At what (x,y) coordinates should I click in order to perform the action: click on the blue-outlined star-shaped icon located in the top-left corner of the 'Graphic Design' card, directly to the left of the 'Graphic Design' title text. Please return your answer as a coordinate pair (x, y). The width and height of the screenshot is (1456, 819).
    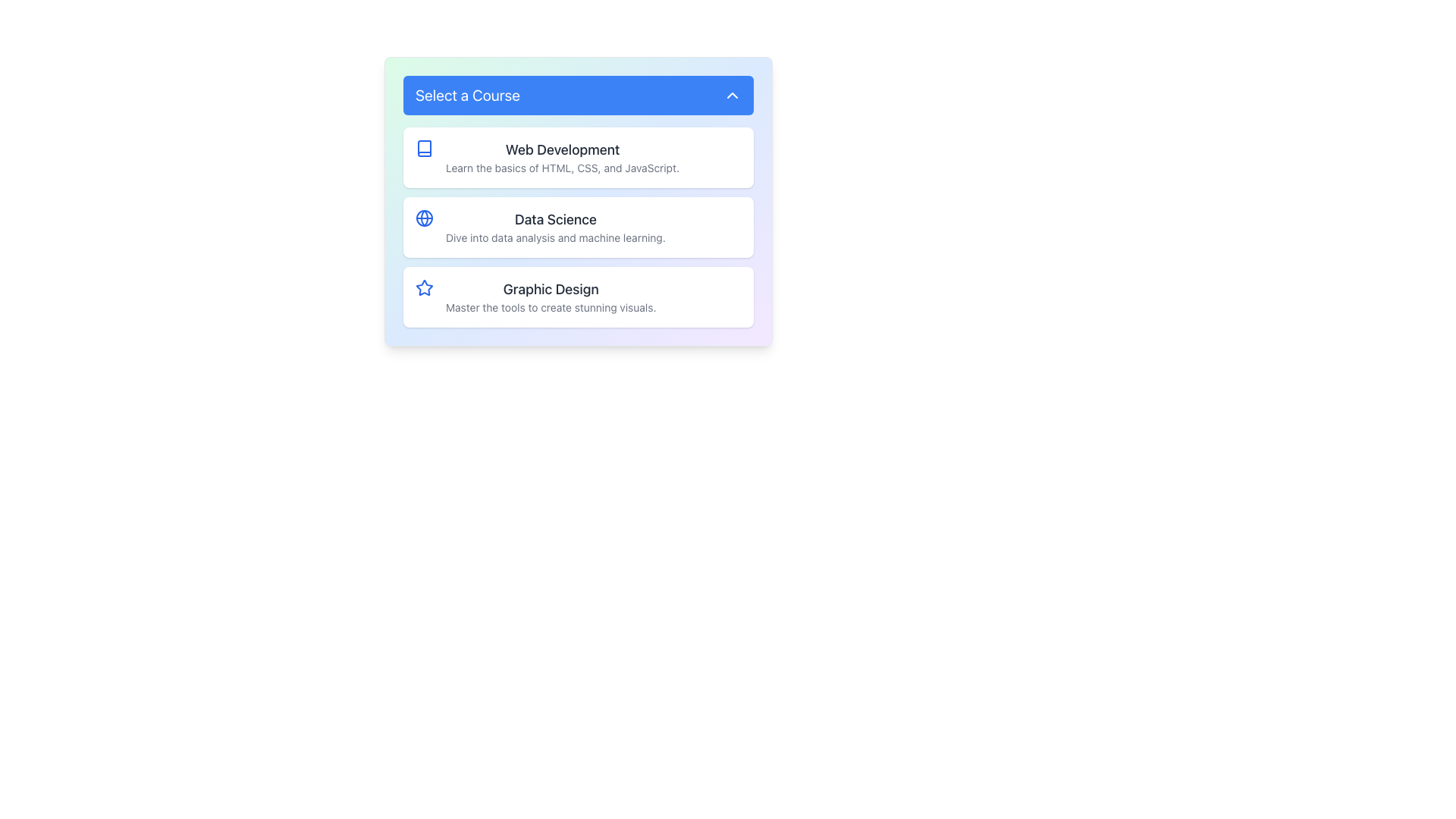
    Looking at the image, I should click on (425, 288).